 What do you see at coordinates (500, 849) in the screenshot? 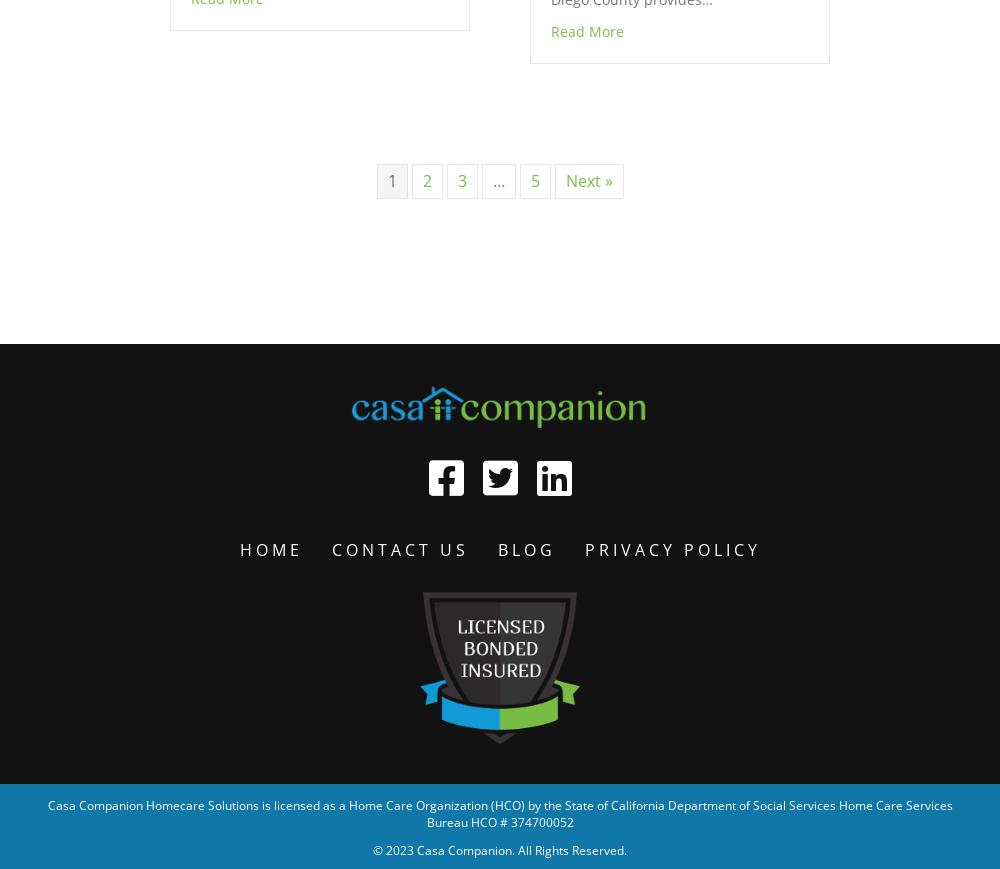
I see `'© 2023 Casa Companion. All Rights Reserved.'` at bounding box center [500, 849].